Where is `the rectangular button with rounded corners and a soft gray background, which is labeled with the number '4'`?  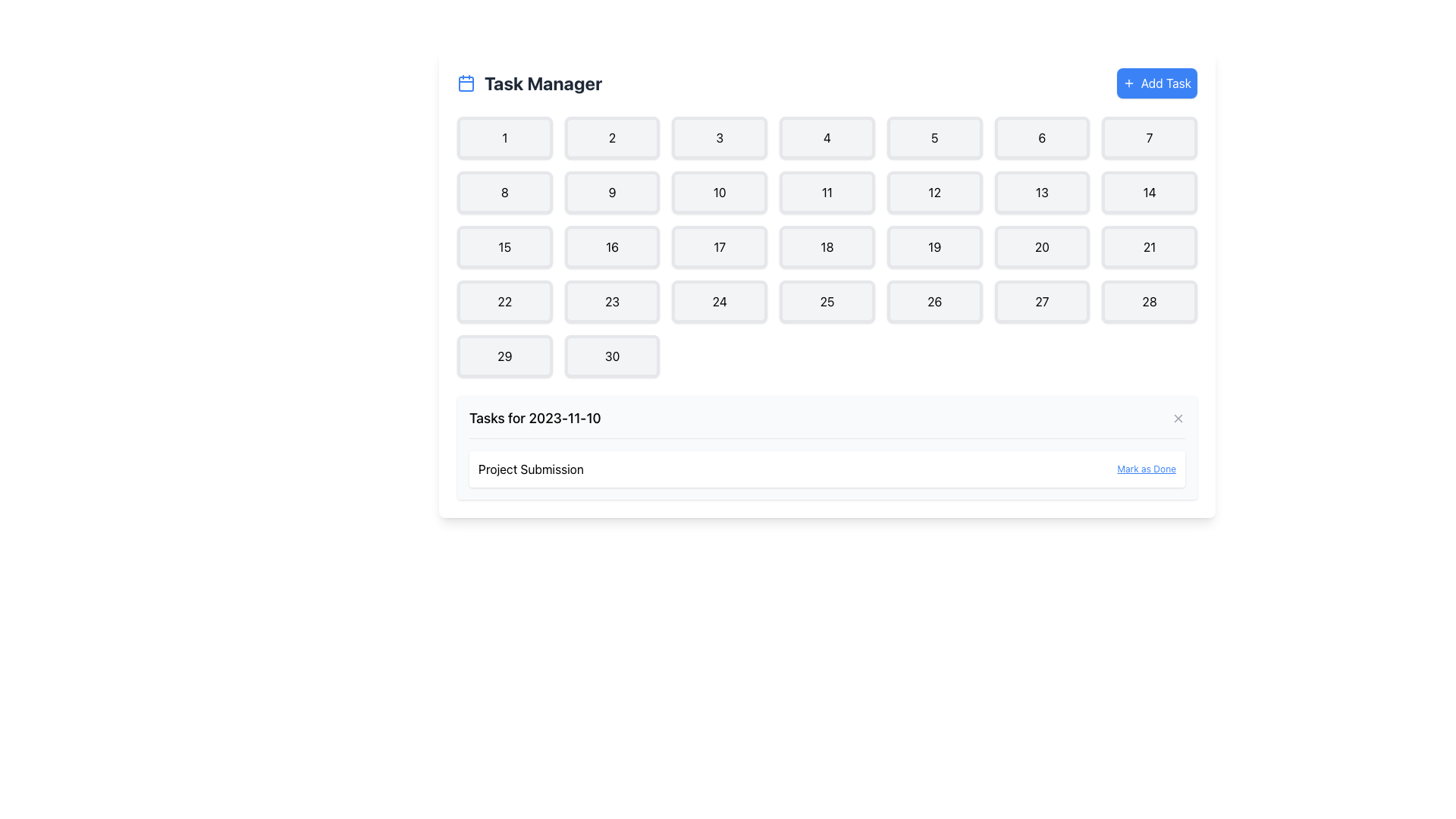 the rectangular button with rounded corners and a soft gray background, which is labeled with the number '4' is located at coordinates (826, 137).